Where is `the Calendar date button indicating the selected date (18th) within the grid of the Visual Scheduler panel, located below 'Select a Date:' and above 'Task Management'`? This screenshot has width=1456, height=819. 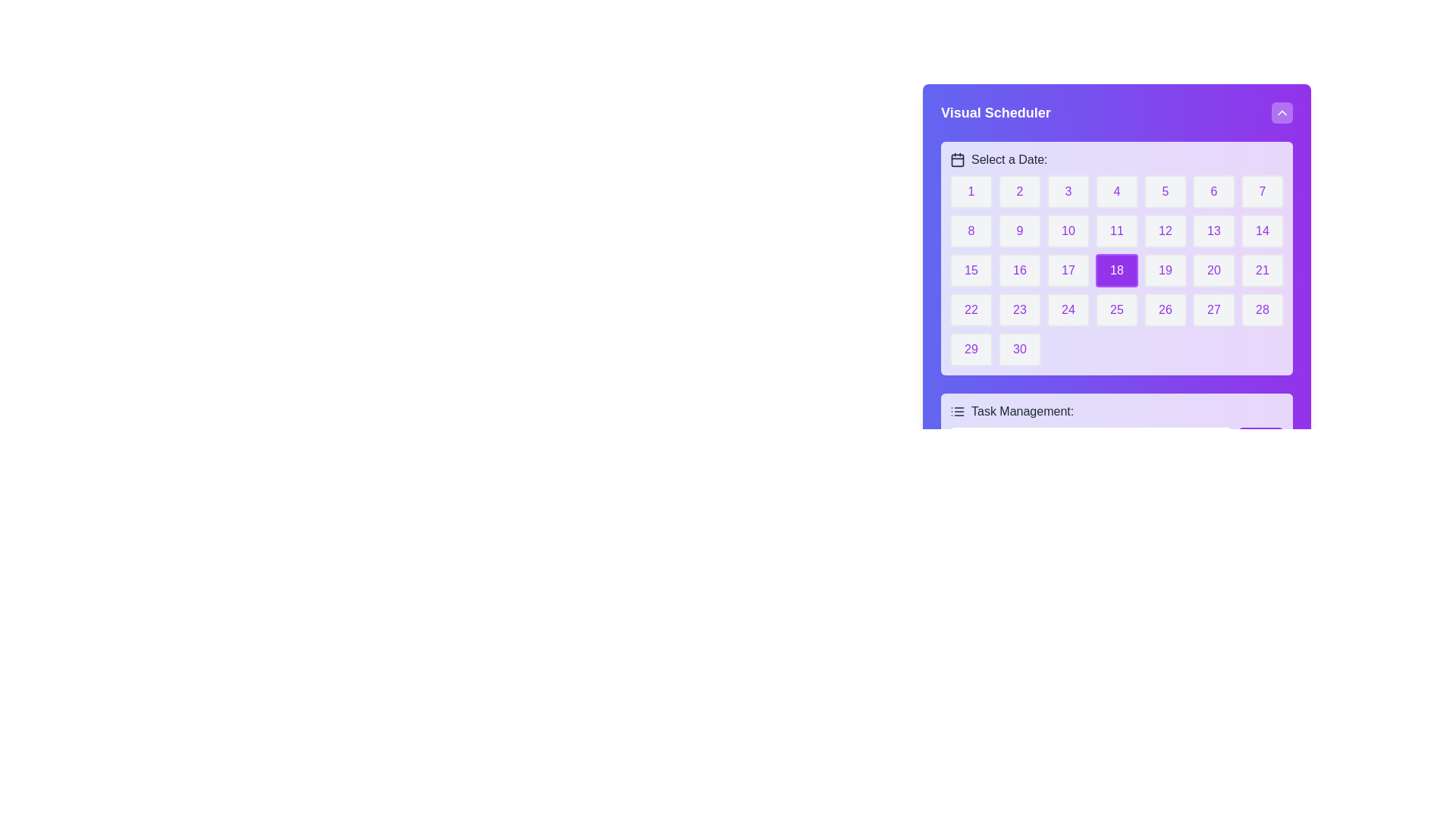
the Calendar date button indicating the selected date (18th) within the grid of the Visual Scheduler panel, located below 'Select a Date:' and above 'Task Management' is located at coordinates (1117, 257).